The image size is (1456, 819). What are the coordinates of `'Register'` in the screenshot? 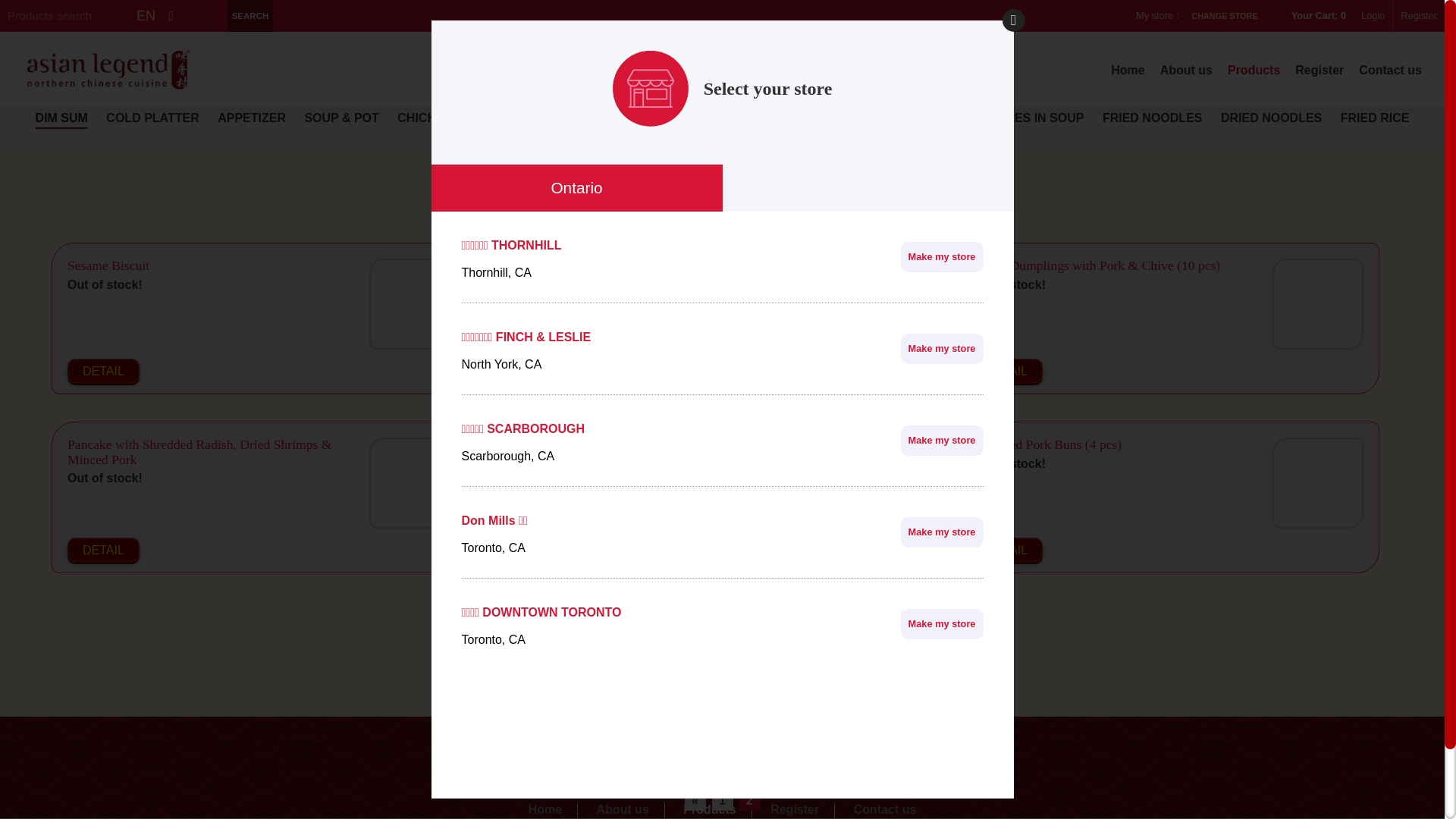 It's located at (794, 809).